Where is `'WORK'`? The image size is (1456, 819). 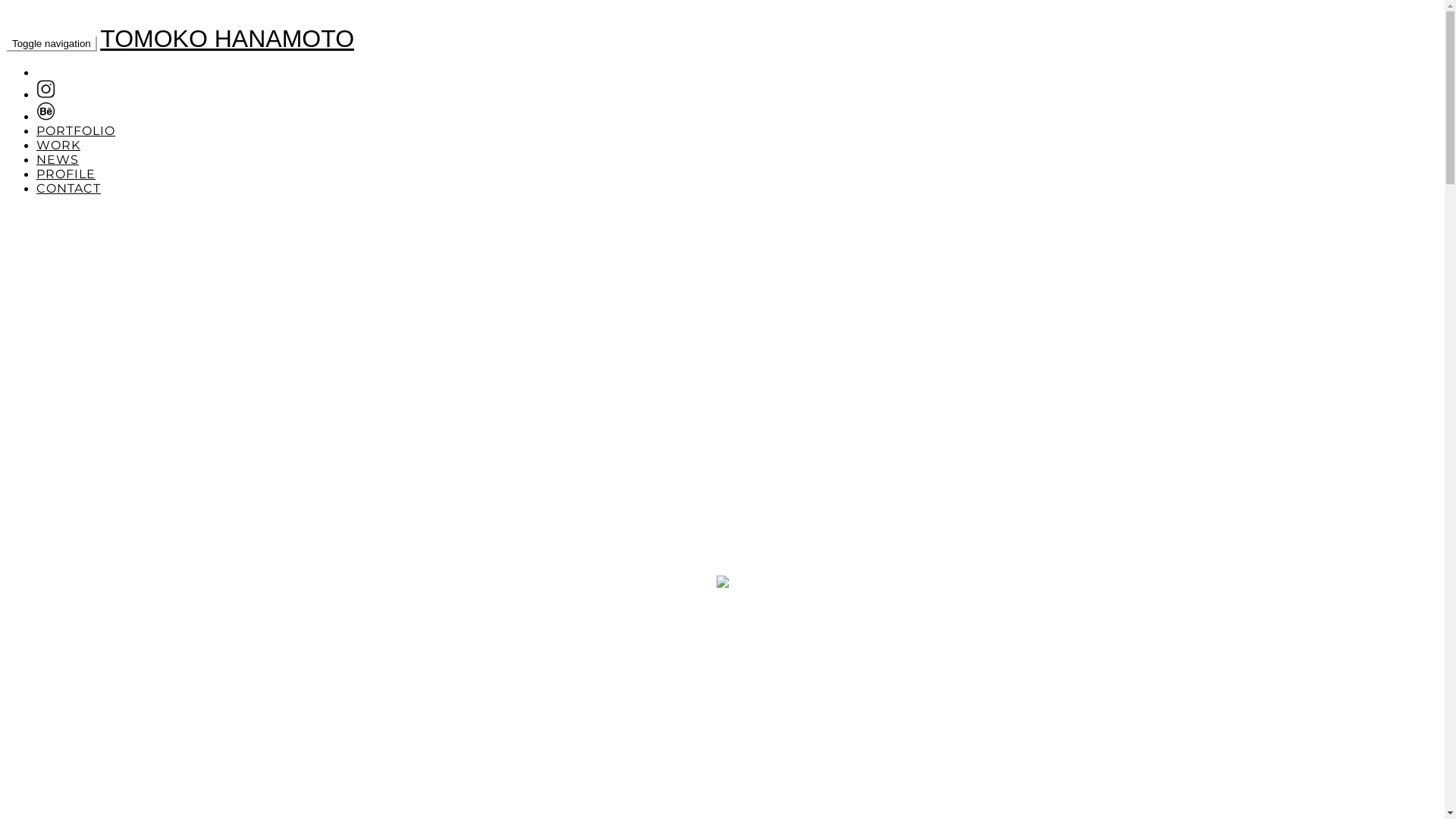
'WORK' is located at coordinates (58, 145).